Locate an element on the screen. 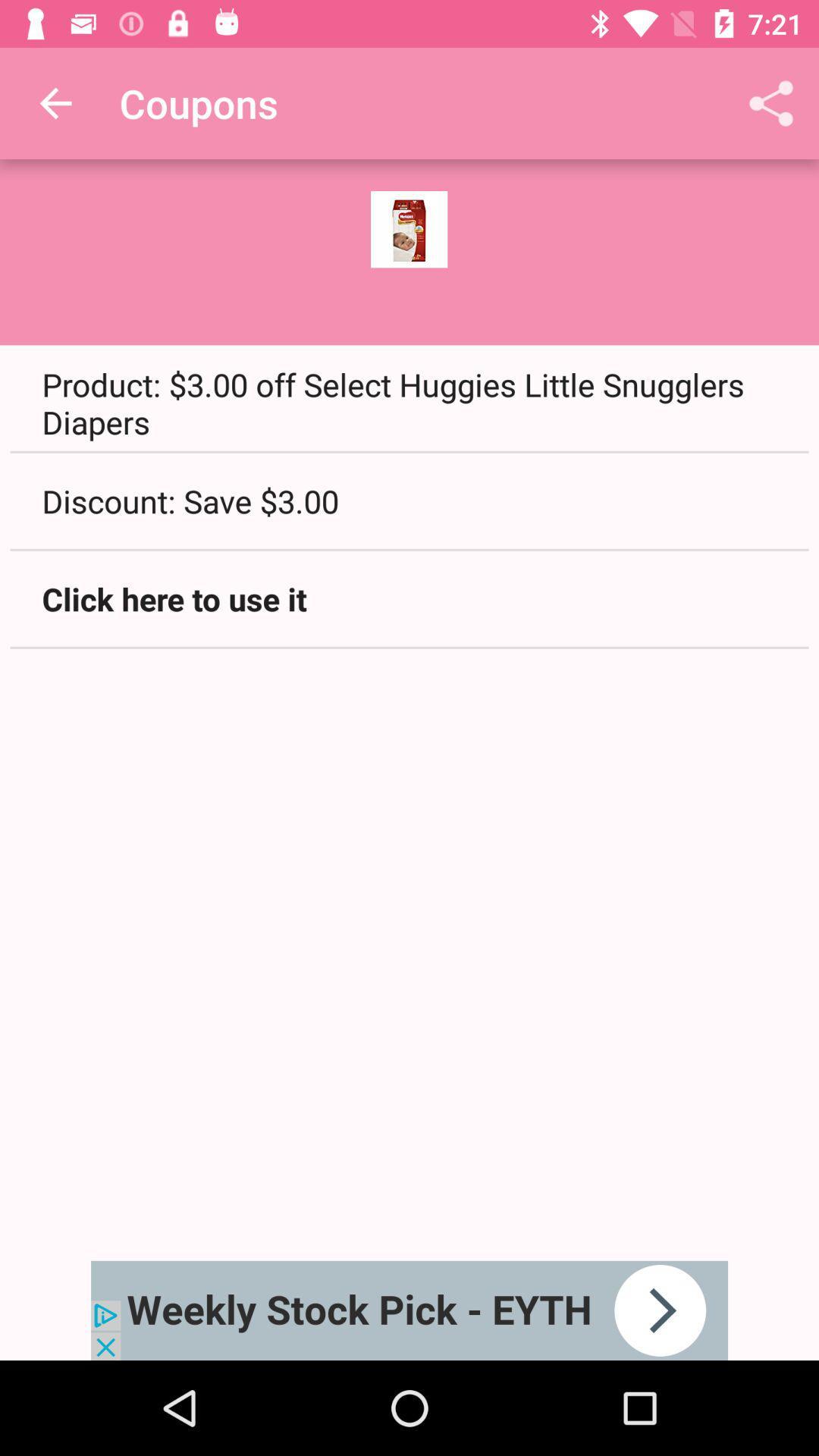 The height and width of the screenshot is (1456, 819). the advertisement is located at coordinates (409, 1310).